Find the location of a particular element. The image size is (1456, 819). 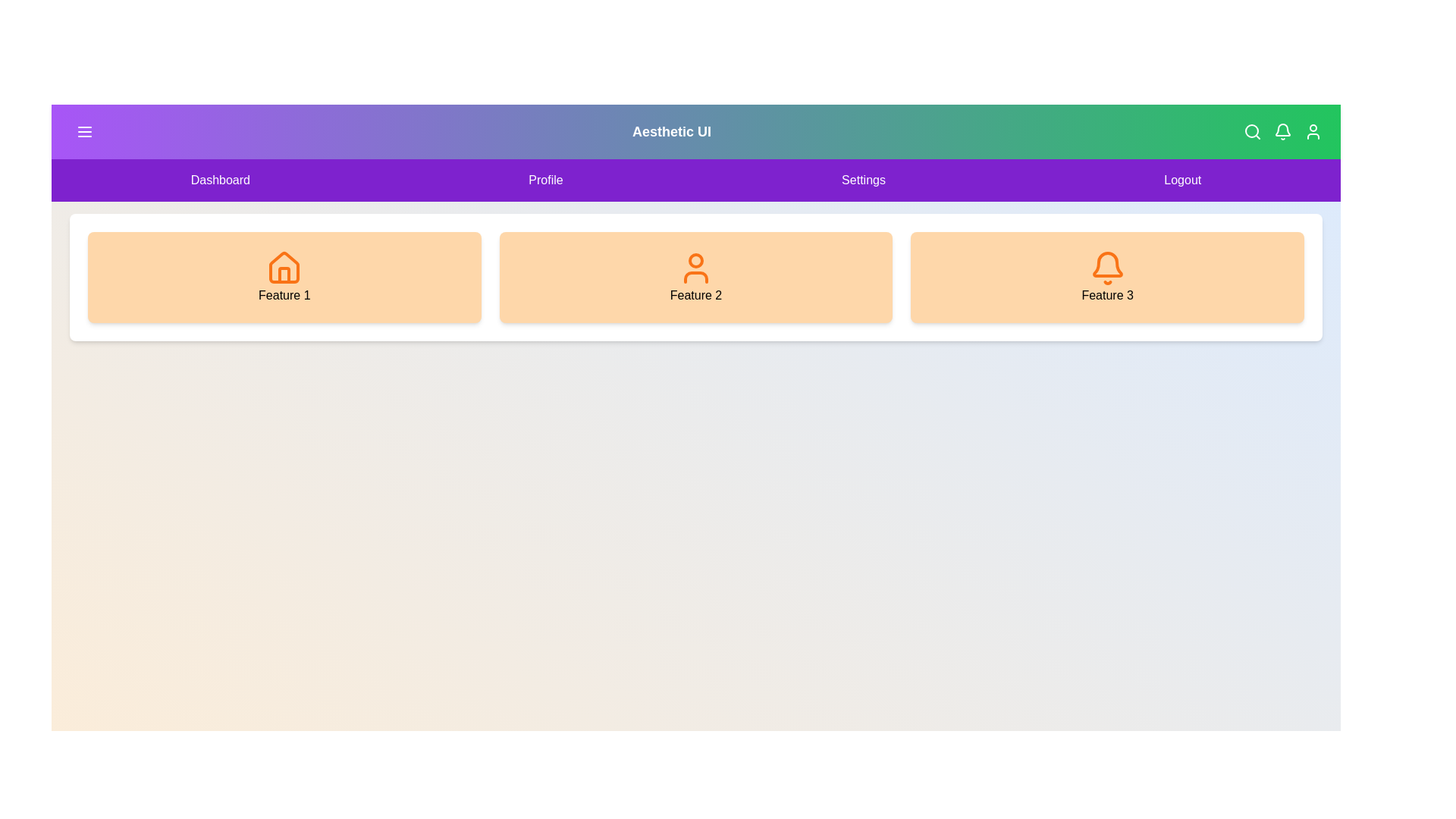

the menu button to toggle the menu visibility is located at coordinates (83, 130).